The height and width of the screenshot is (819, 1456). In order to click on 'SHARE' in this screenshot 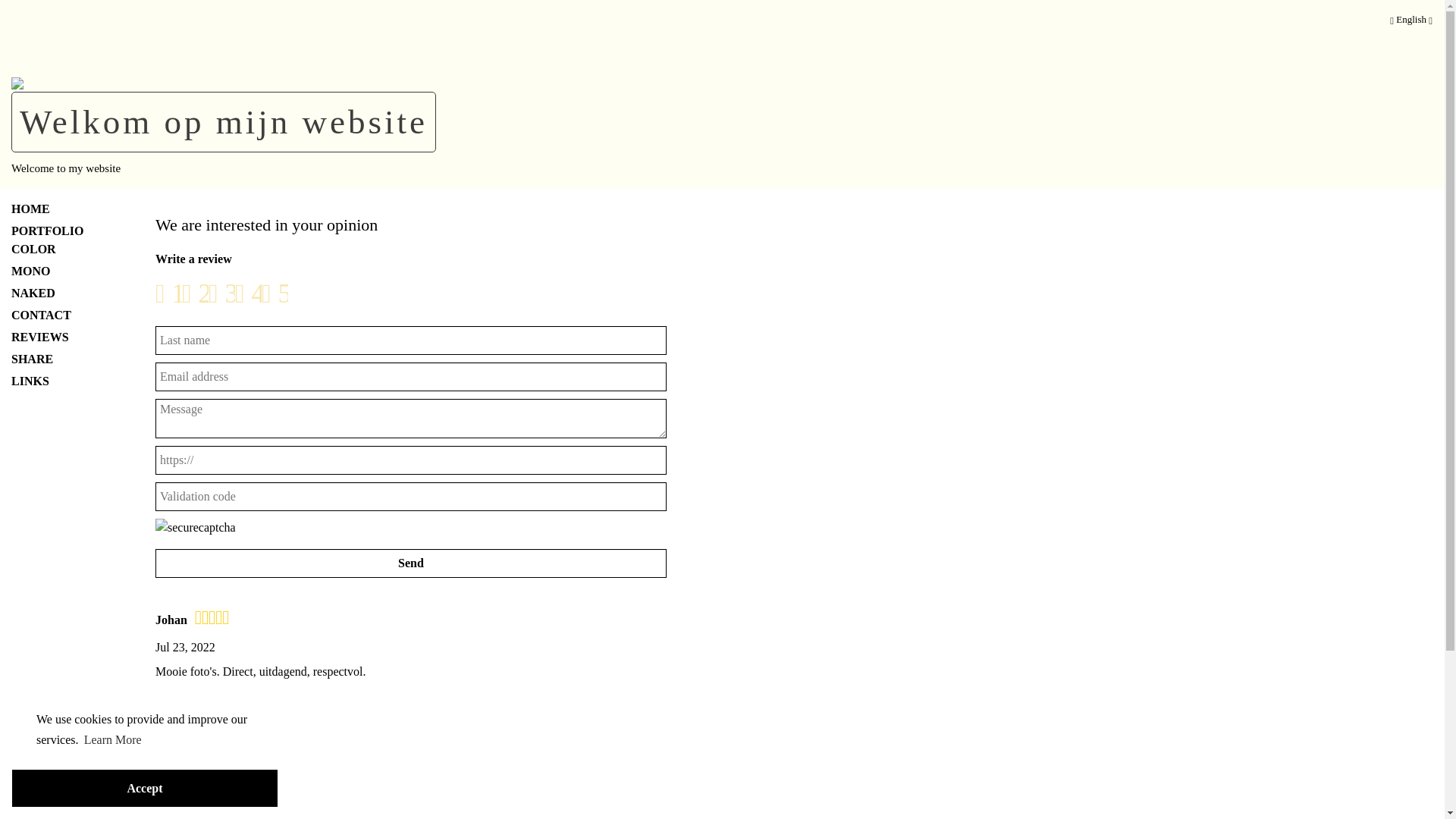, I will do `click(61, 359)`.